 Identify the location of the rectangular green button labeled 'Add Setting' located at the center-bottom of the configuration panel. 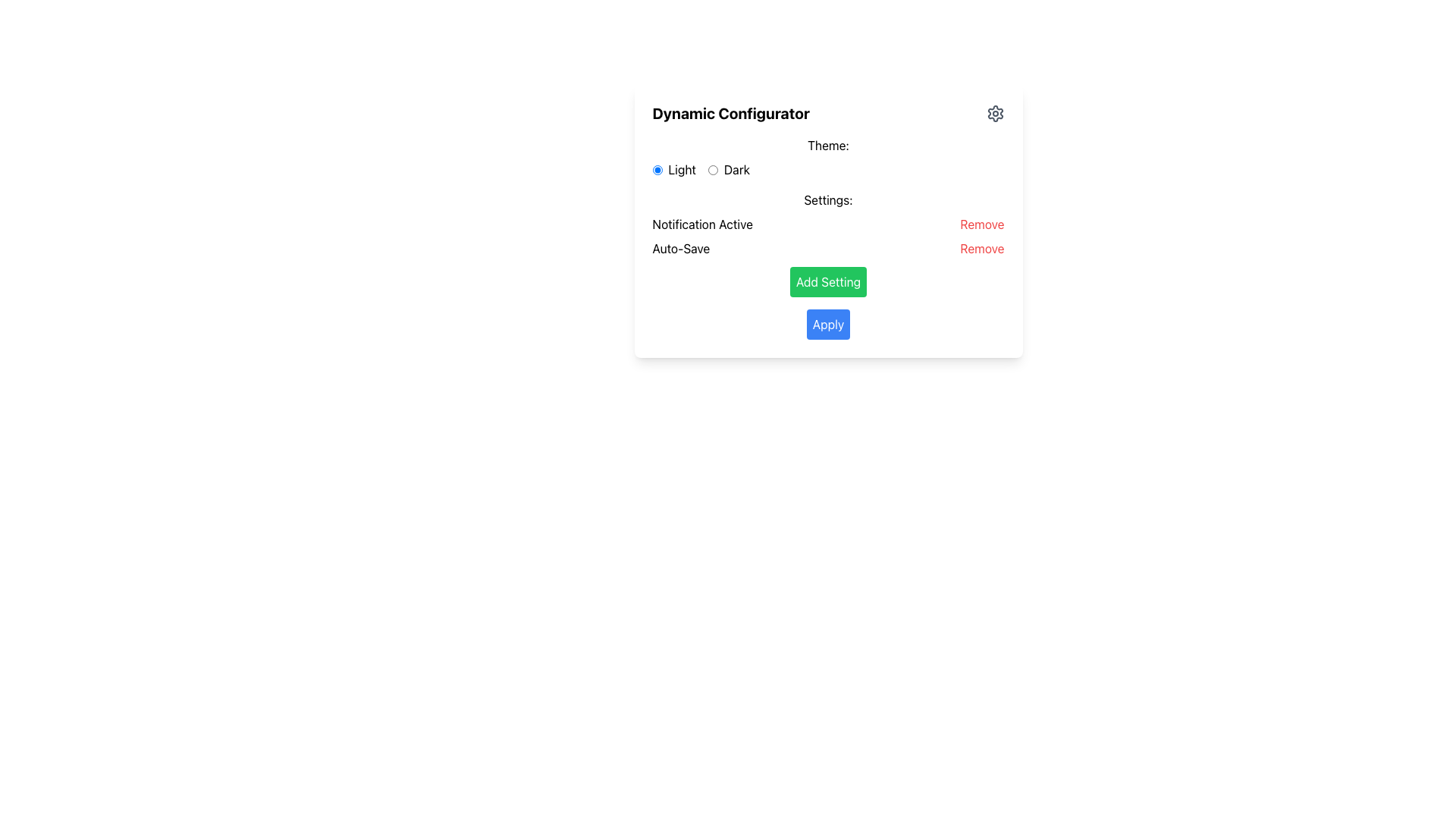
(827, 281).